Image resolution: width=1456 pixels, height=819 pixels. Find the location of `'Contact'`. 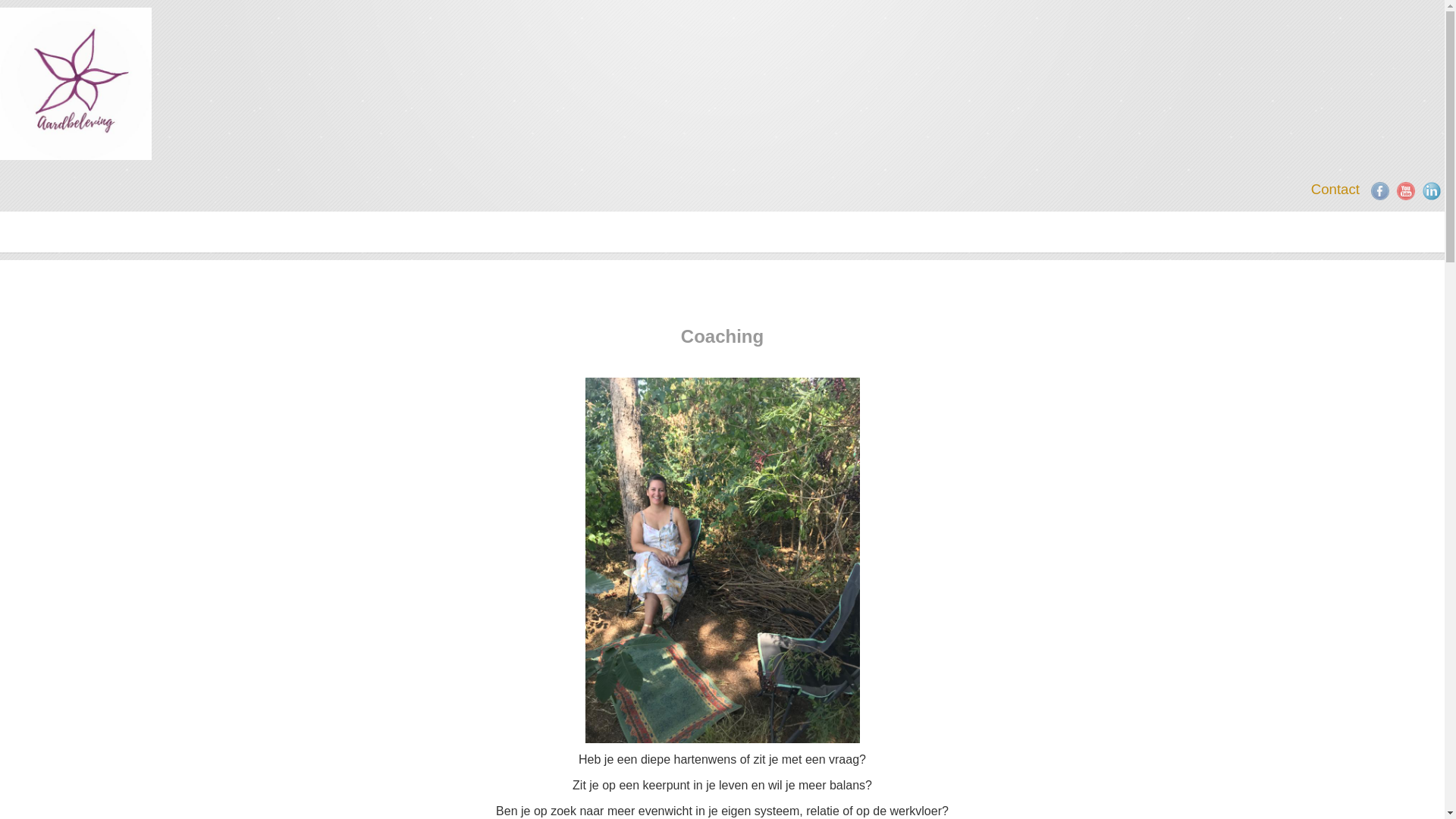

'Contact' is located at coordinates (1335, 188).